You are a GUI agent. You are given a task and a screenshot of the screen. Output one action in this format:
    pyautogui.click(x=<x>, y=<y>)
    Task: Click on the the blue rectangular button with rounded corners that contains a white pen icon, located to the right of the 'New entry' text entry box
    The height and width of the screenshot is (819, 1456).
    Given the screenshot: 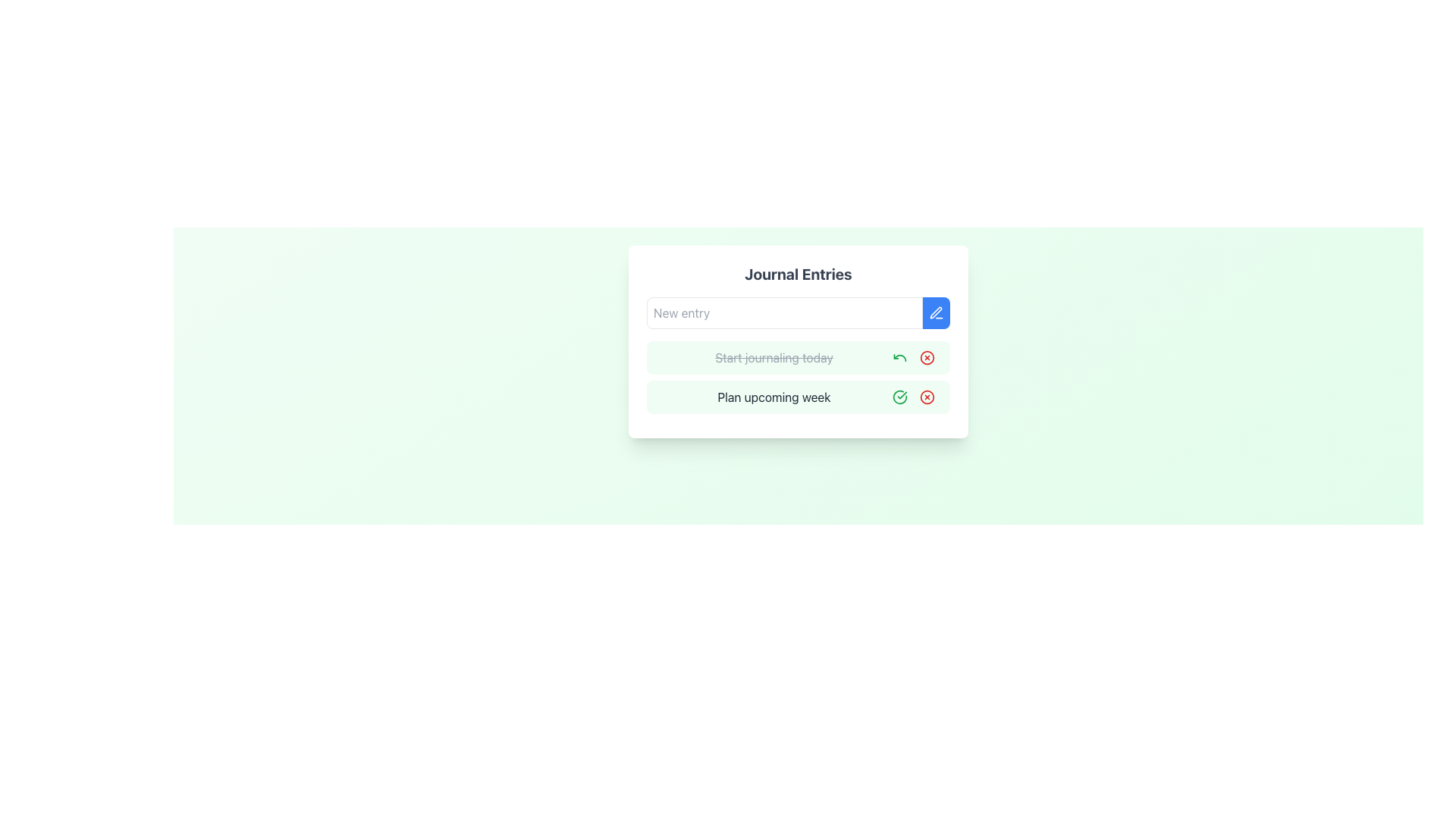 What is the action you would take?
    pyautogui.click(x=935, y=312)
    